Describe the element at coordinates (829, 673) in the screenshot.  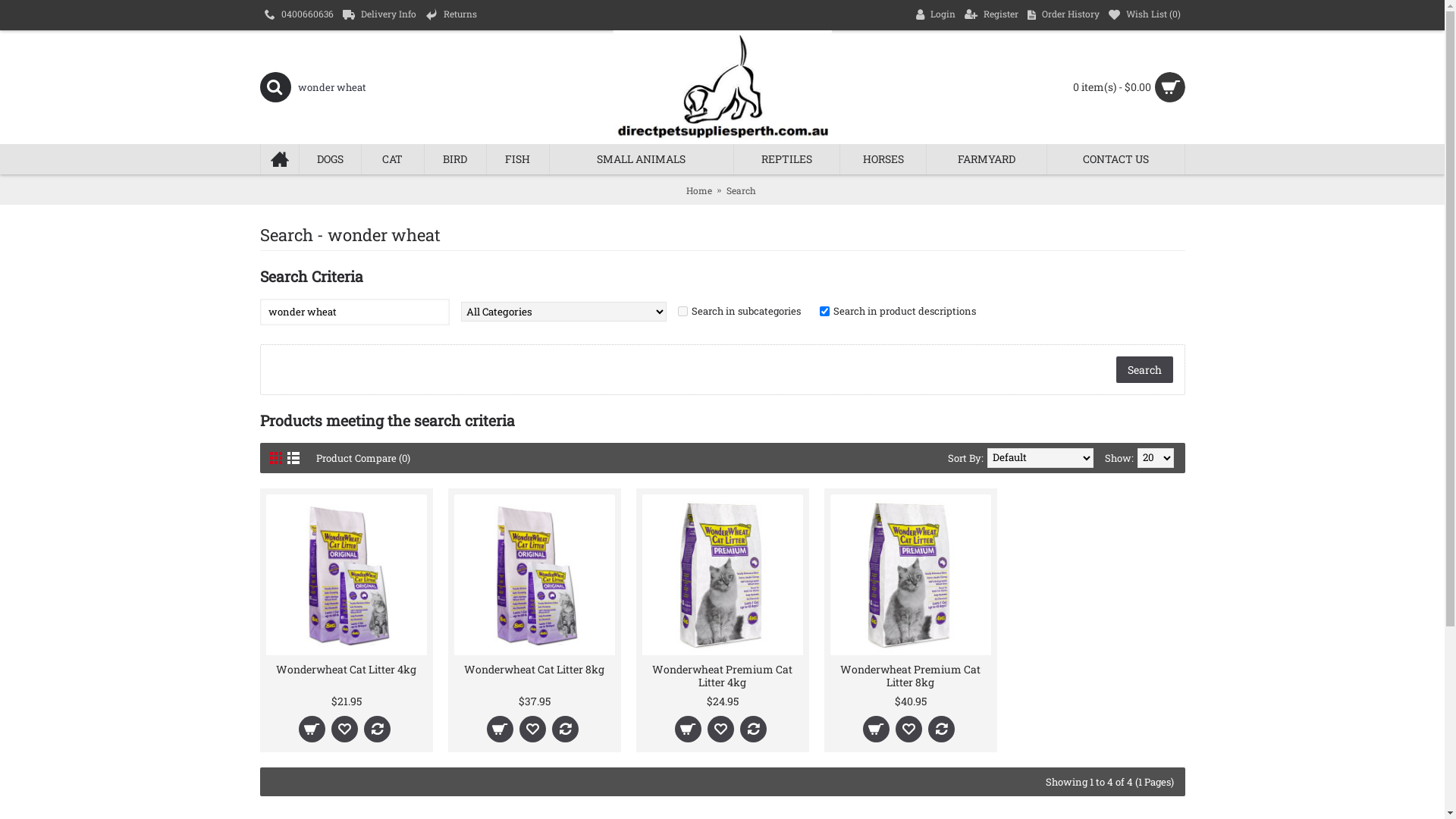
I see `'Wonderwheat Premium Cat Litter 8kg'` at that location.